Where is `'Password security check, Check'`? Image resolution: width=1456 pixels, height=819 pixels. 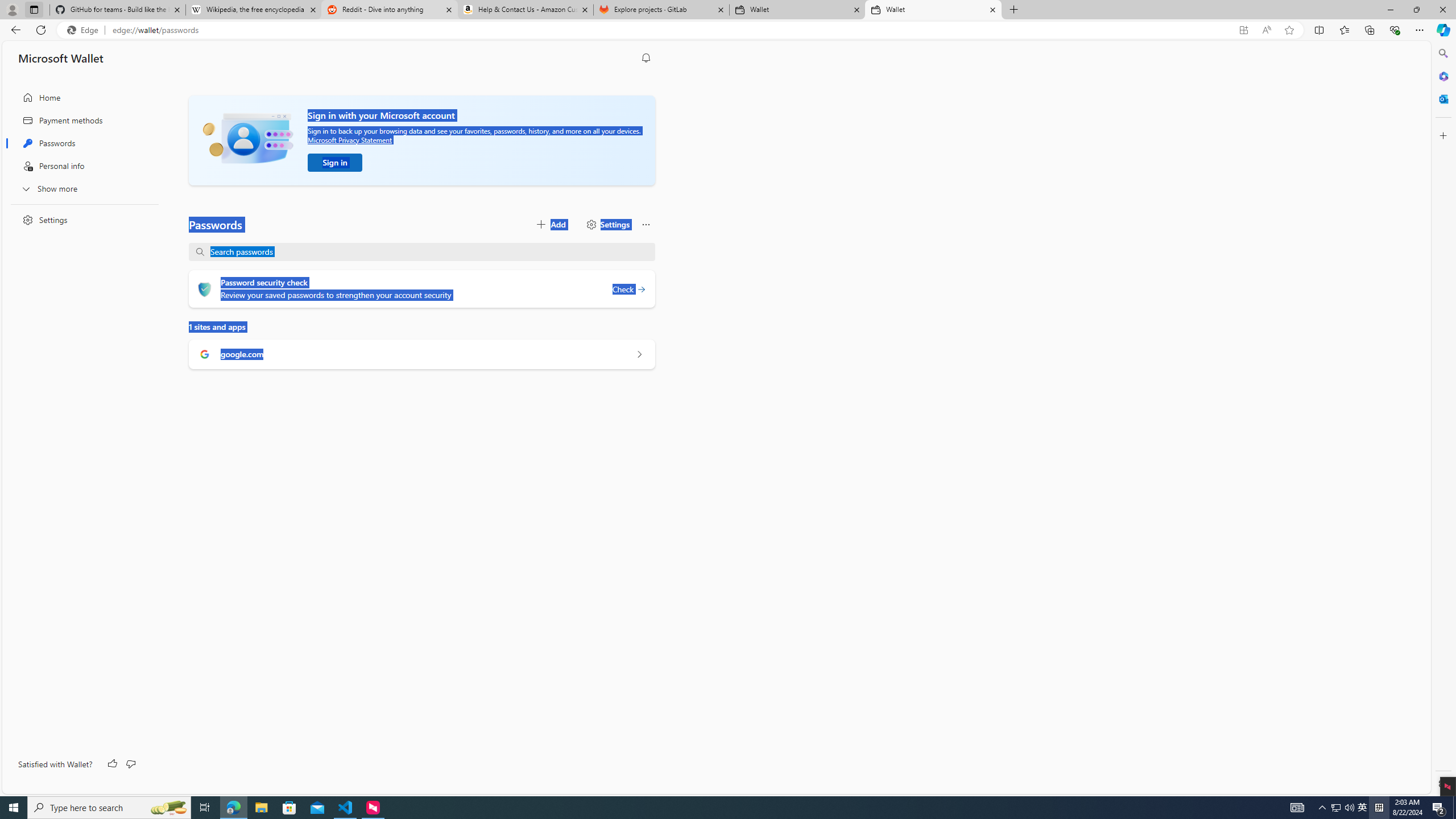 'Password security check, Check' is located at coordinates (628, 289).